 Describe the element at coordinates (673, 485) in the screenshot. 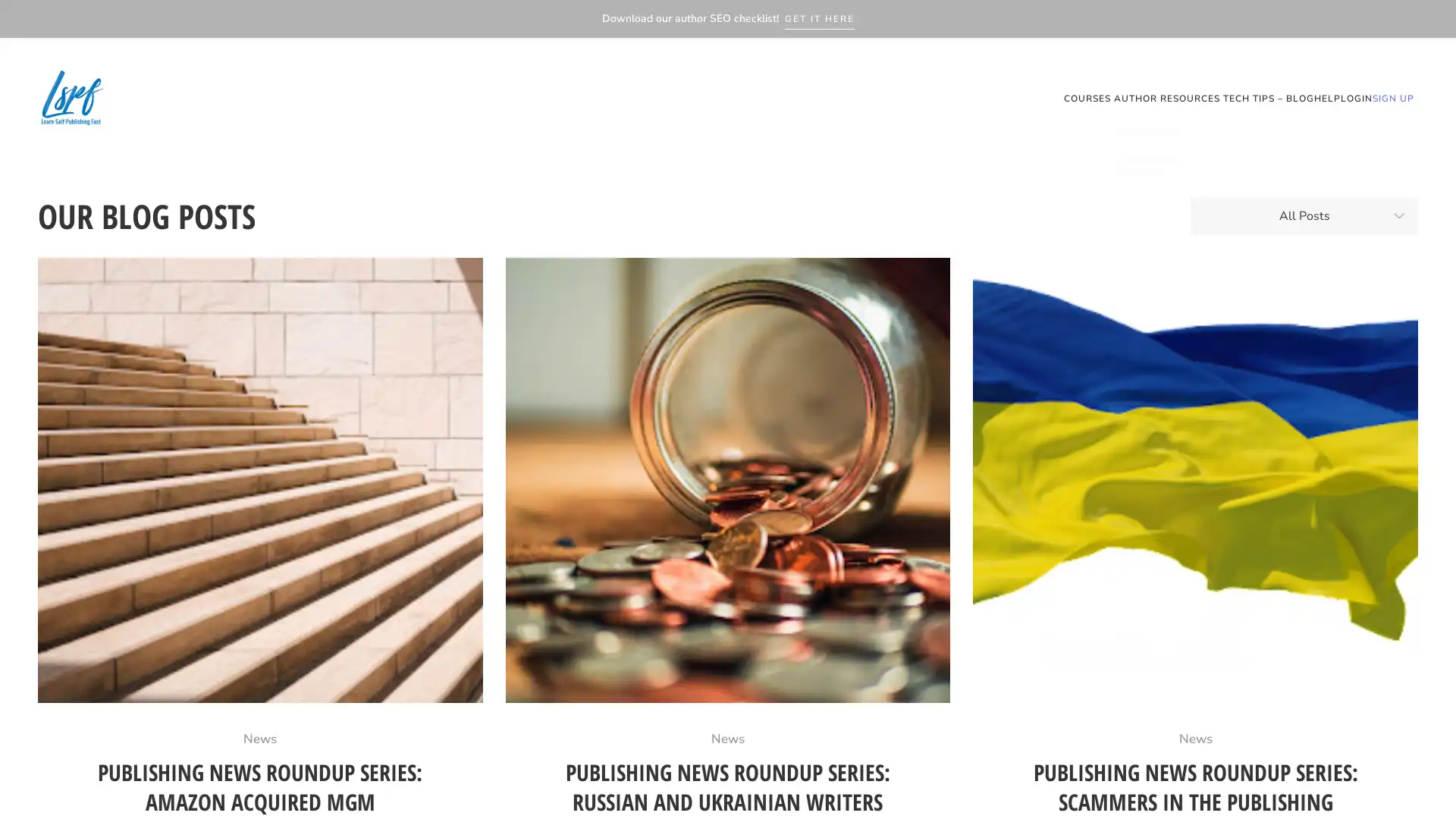

I see `GET IT NOW!` at that location.